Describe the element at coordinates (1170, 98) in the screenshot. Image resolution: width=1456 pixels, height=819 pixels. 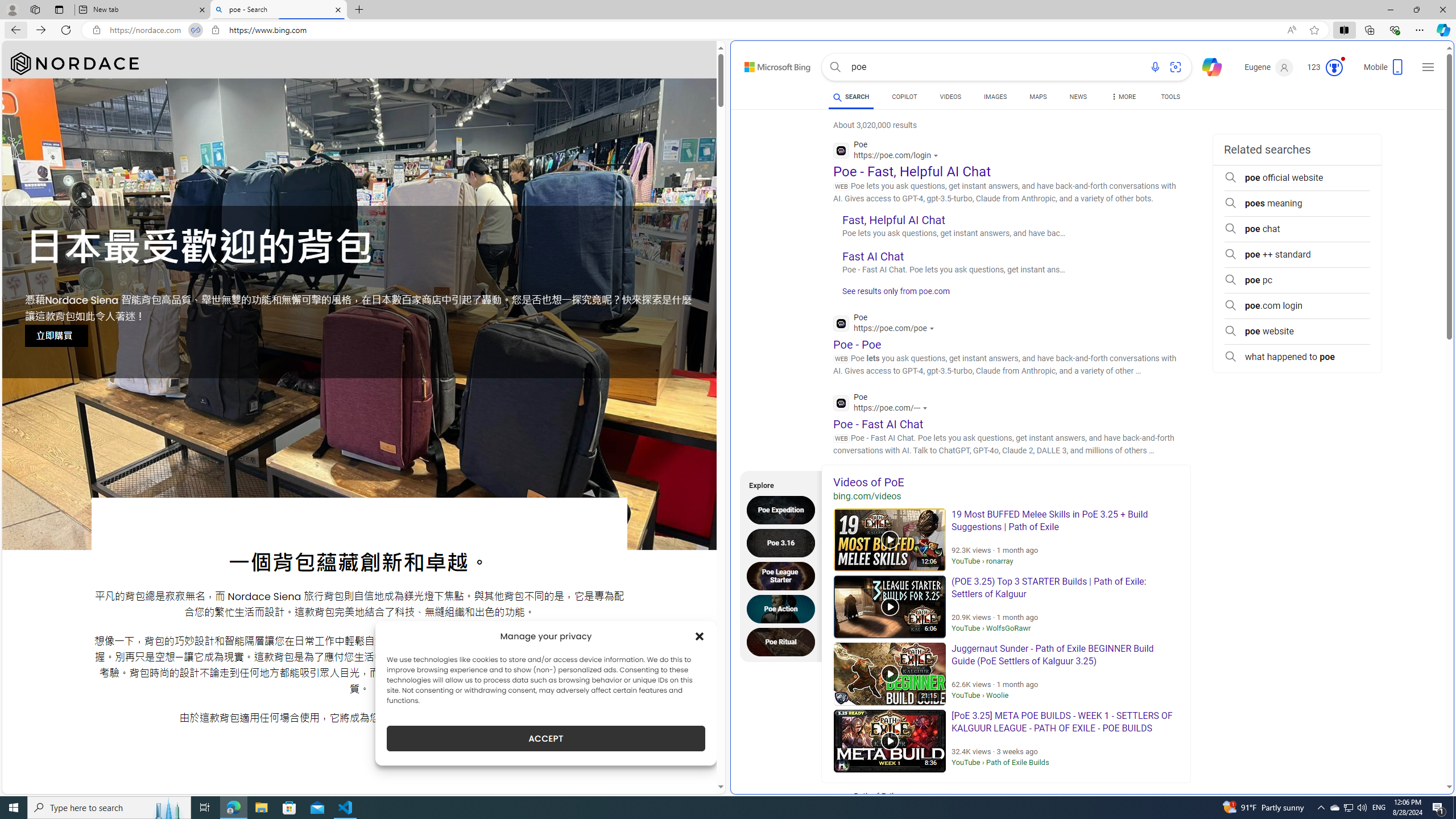
I see `'TOOLS'` at that location.